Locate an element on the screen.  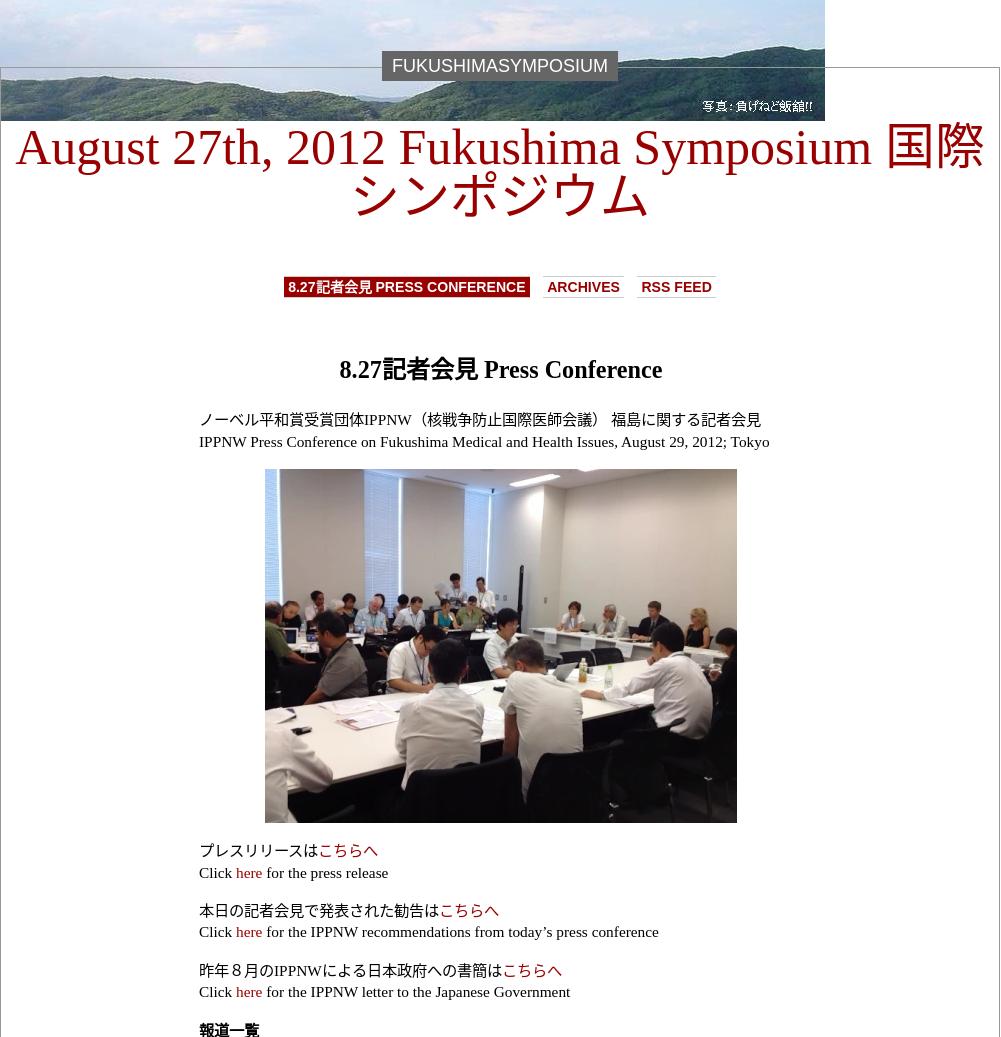
'Archives' is located at coordinates (582, 285).